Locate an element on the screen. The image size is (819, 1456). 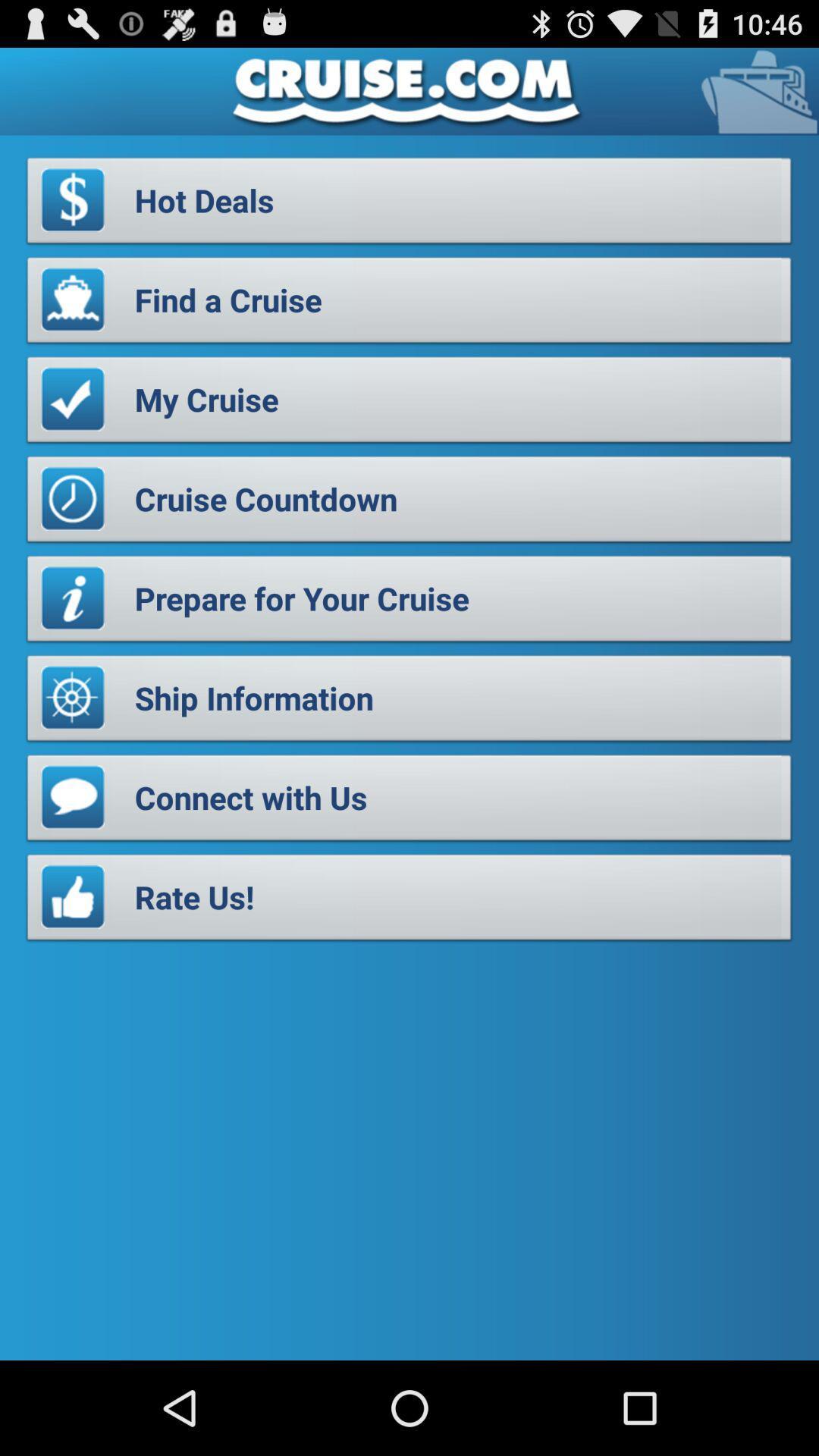
the ship information is located at coordinates (409, 701).